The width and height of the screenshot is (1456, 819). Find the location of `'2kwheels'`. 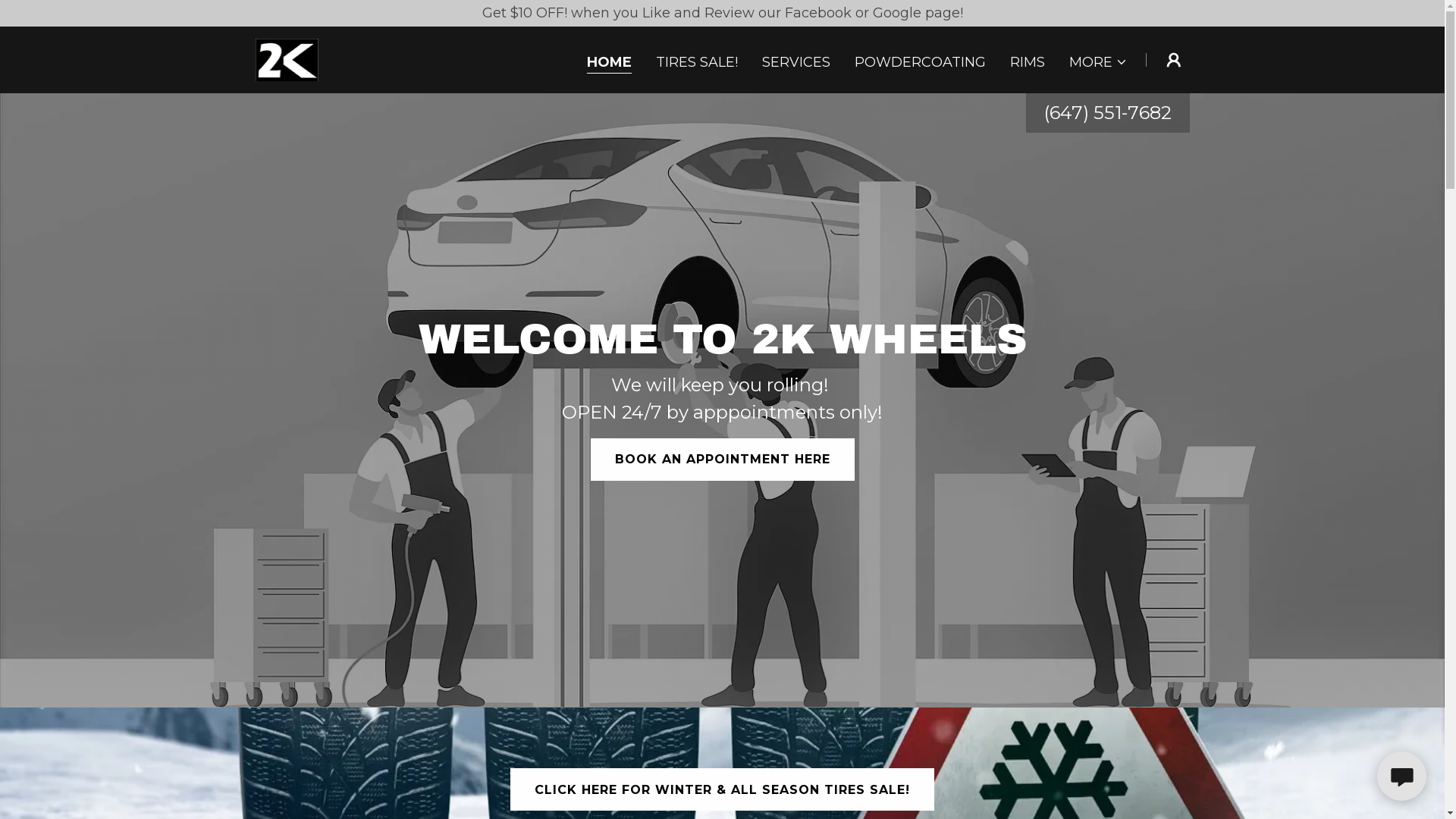

'2kwheels' is located at coordinates (287, 58).